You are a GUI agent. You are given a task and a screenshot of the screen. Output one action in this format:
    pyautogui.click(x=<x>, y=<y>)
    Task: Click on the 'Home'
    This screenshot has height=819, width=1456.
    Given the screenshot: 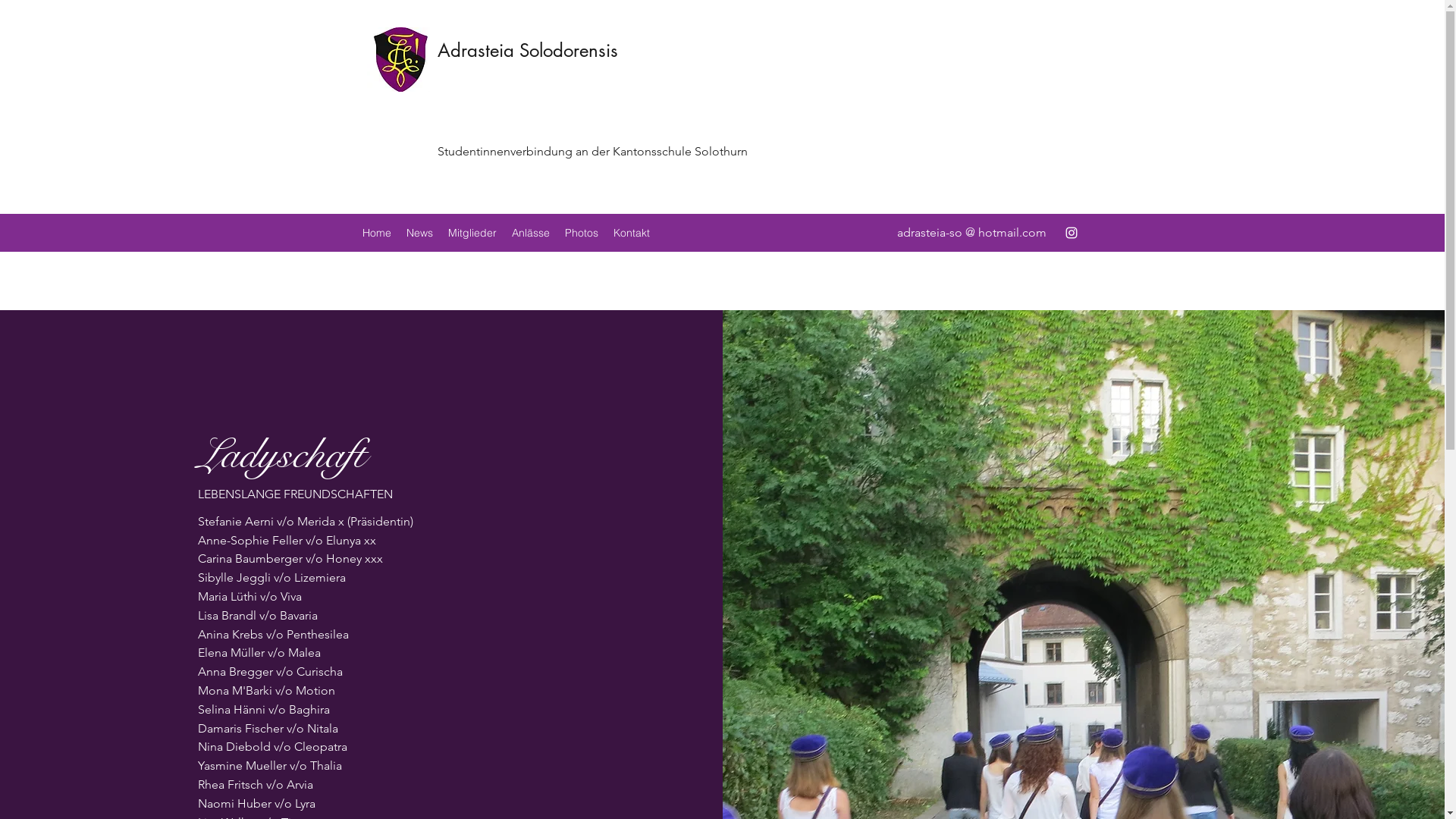 What is the action you would take?
    pyautogui.click(x=353, y=233)
    